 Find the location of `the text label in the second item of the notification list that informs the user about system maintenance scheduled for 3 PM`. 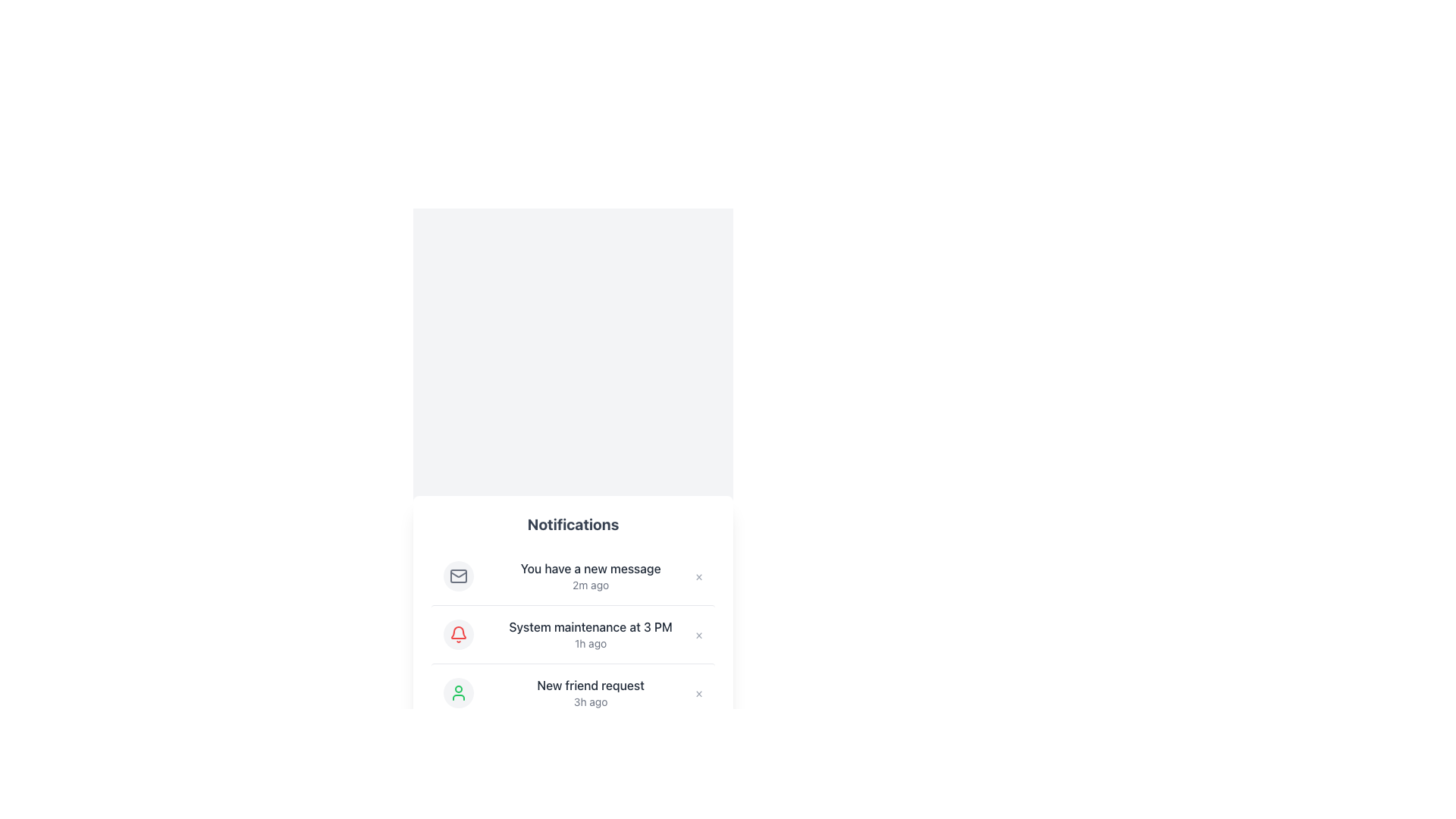

the text label in the second item of the notification list that informs the user about system maintenance scheduled for 3 PM is located at coordinates (590, 626).